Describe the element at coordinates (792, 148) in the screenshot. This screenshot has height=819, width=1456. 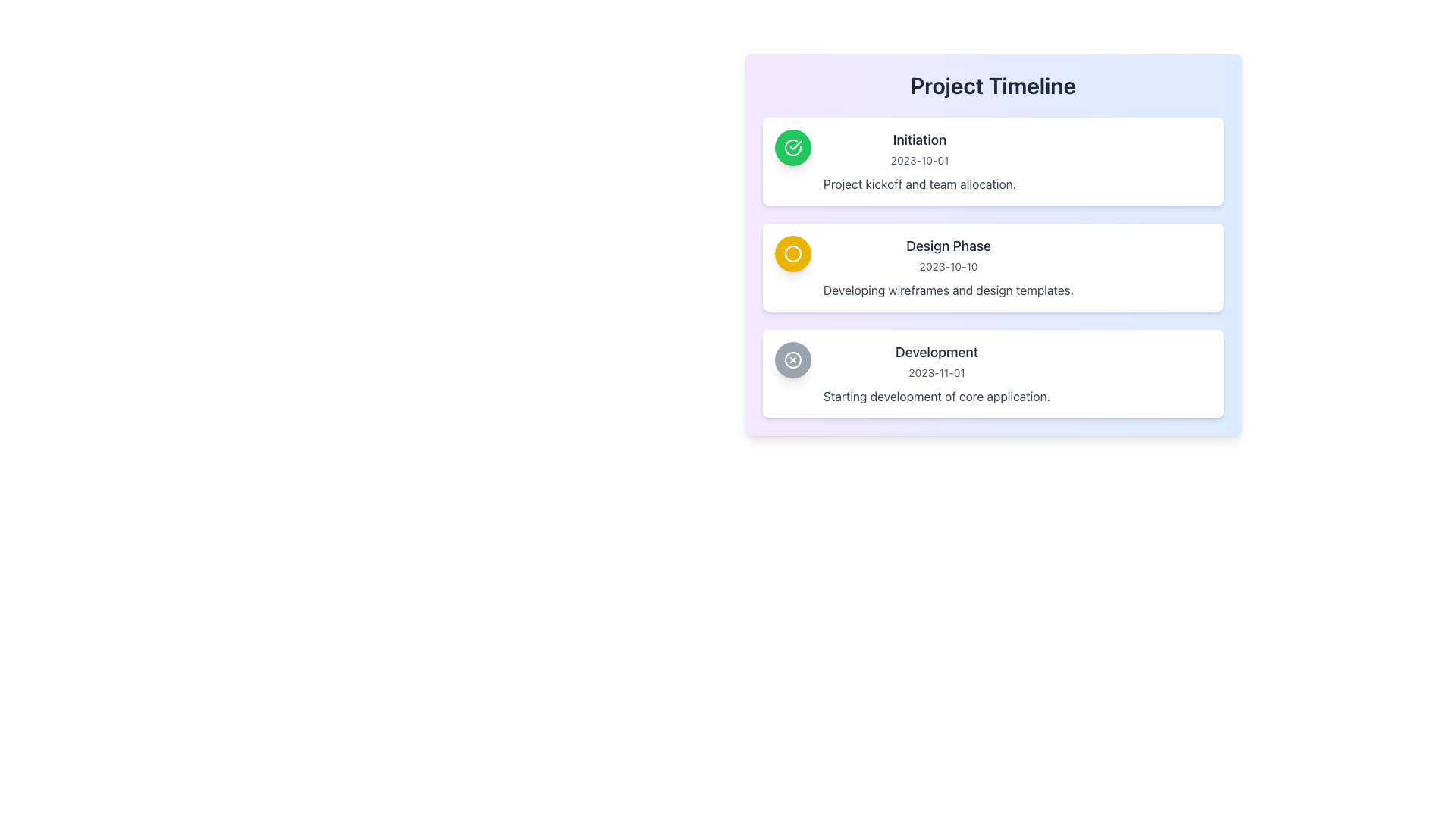
I see `the status icon indicating the completion or initiation of the 'Initiation' phase in the Project Timeline interface, located to the left of the text 'Initiation' and '2023-10-01'` at that location.